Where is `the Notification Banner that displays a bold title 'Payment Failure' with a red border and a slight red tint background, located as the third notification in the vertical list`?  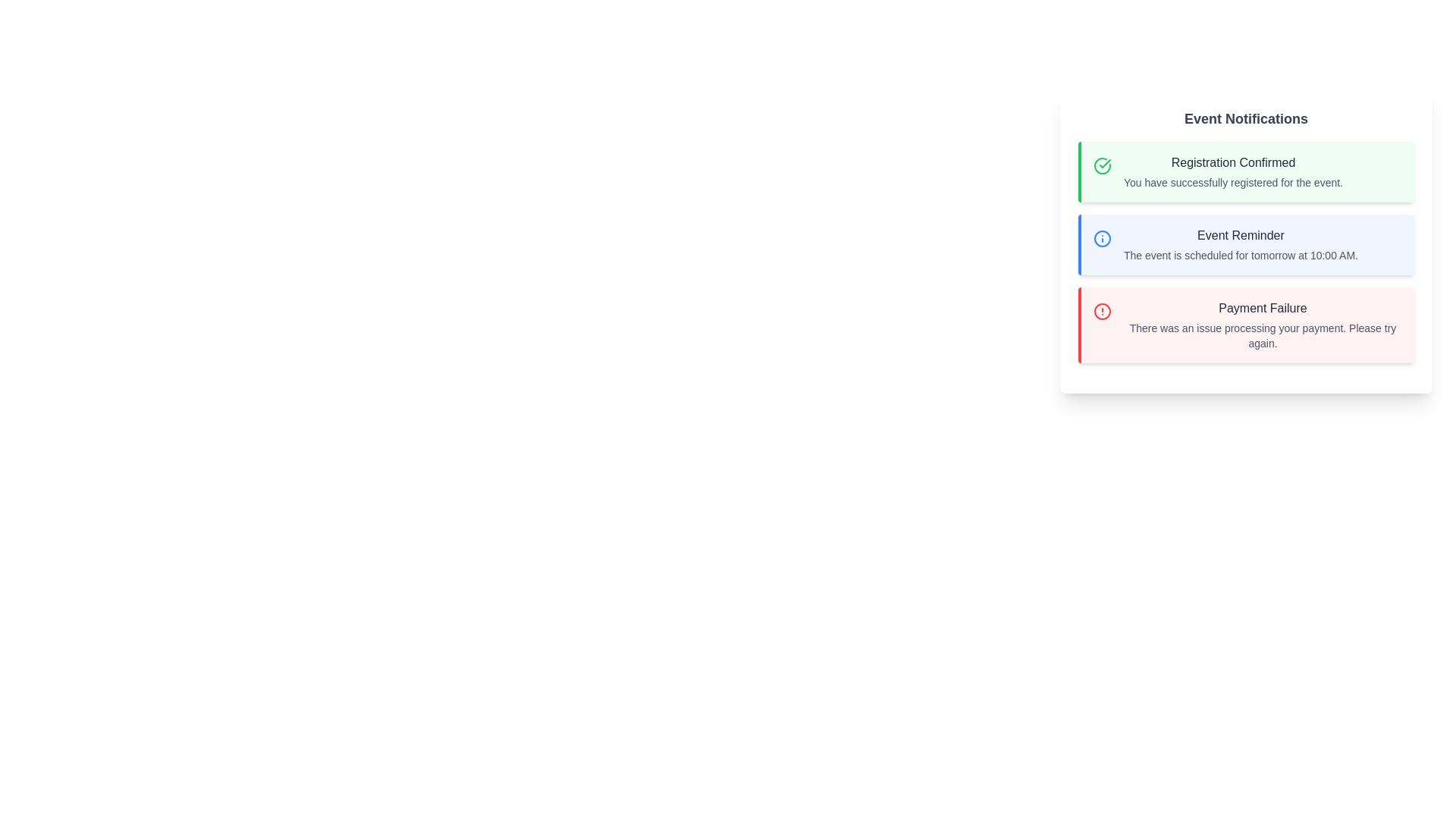
the Notification Banner that displays a bold title 'Payment Failure' with a red border and a slight red tint background, located as the third notification in the vertical list is located at coordinates (1263, 324).